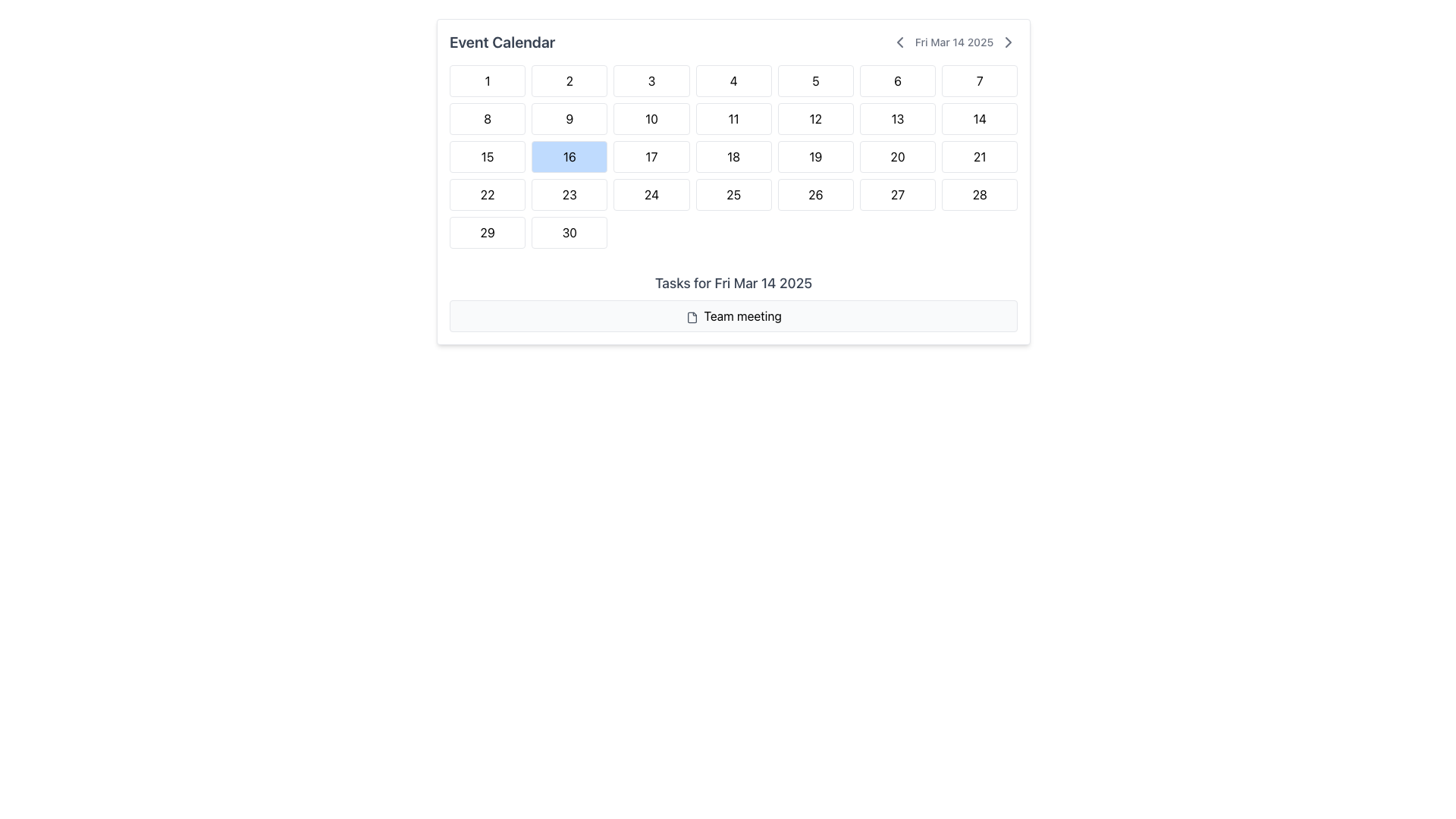  I want to click on the button representing a specific day in the calendar view located in the second row and fifth column of the grid layout, so click(814, 118).